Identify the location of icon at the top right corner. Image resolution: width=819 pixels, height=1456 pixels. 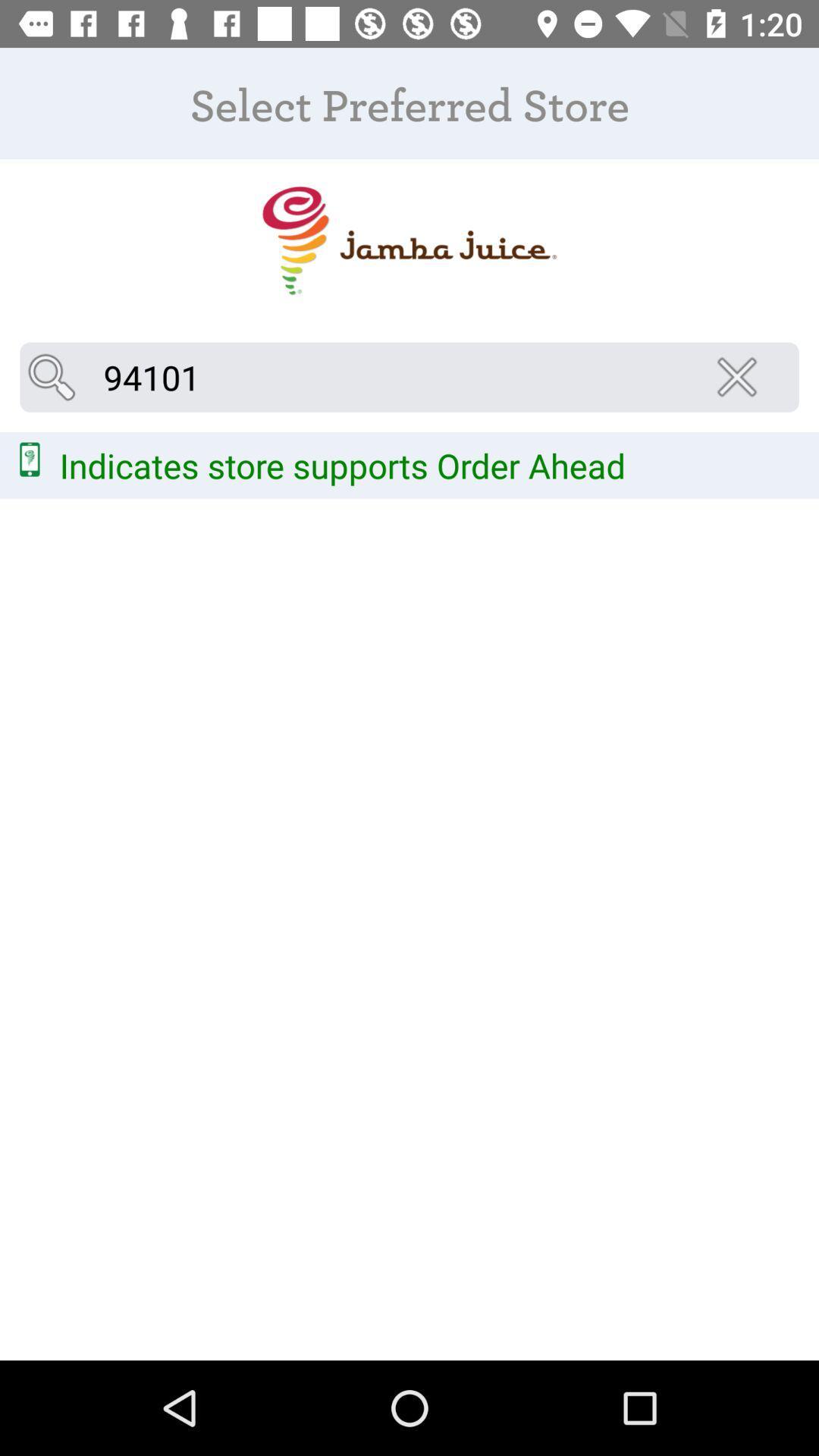
(741, 377).